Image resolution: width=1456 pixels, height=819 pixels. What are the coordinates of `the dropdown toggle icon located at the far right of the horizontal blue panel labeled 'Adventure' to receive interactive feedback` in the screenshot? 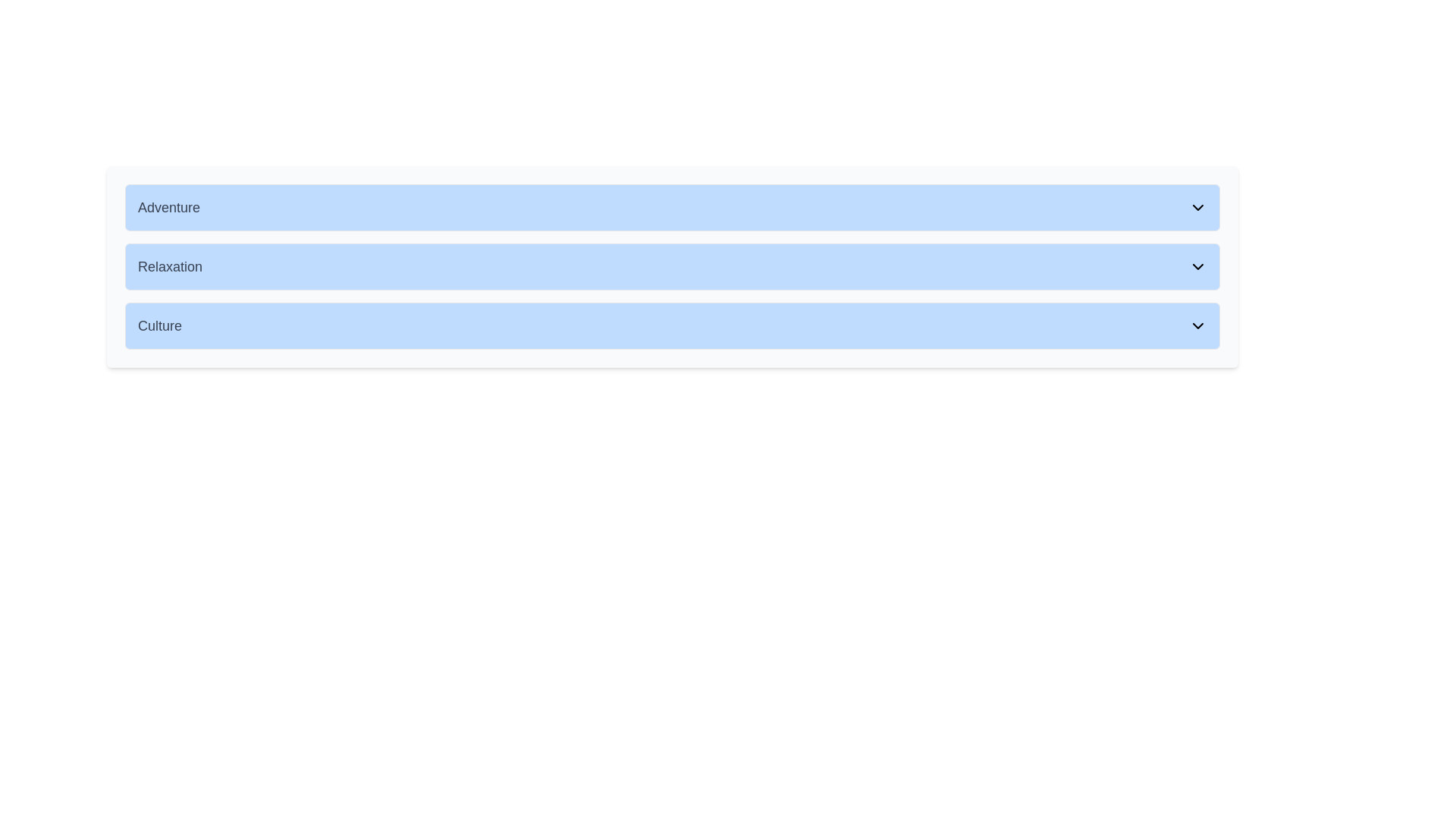 It's located at (1197, 207).